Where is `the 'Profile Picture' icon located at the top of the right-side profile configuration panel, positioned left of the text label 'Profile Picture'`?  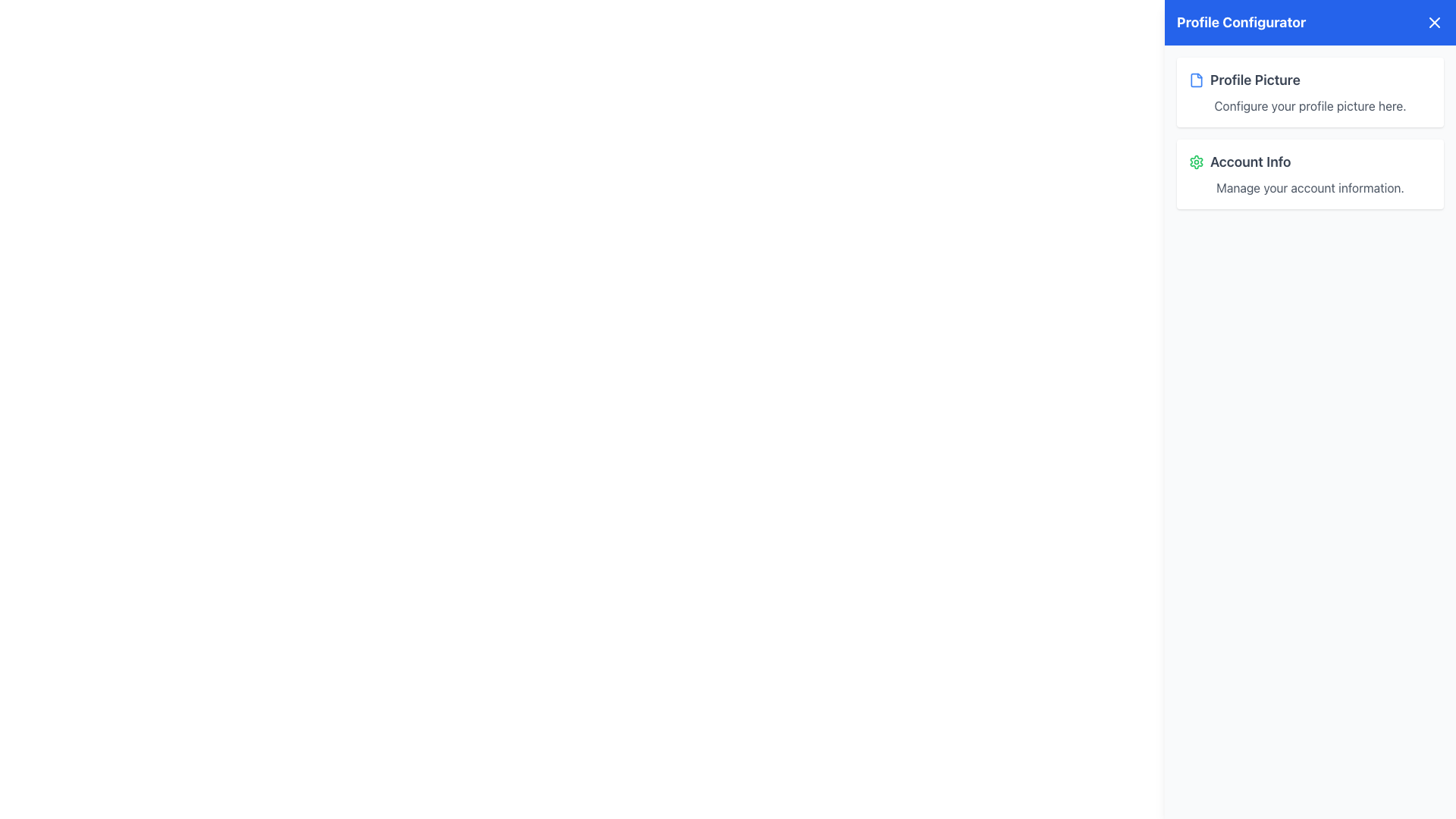 the 'Profile Picture' icon located at the top of the right-side profile configuration panel, positioned left of the text label 'Profile Picture' is located at coordinates (1196, 80).